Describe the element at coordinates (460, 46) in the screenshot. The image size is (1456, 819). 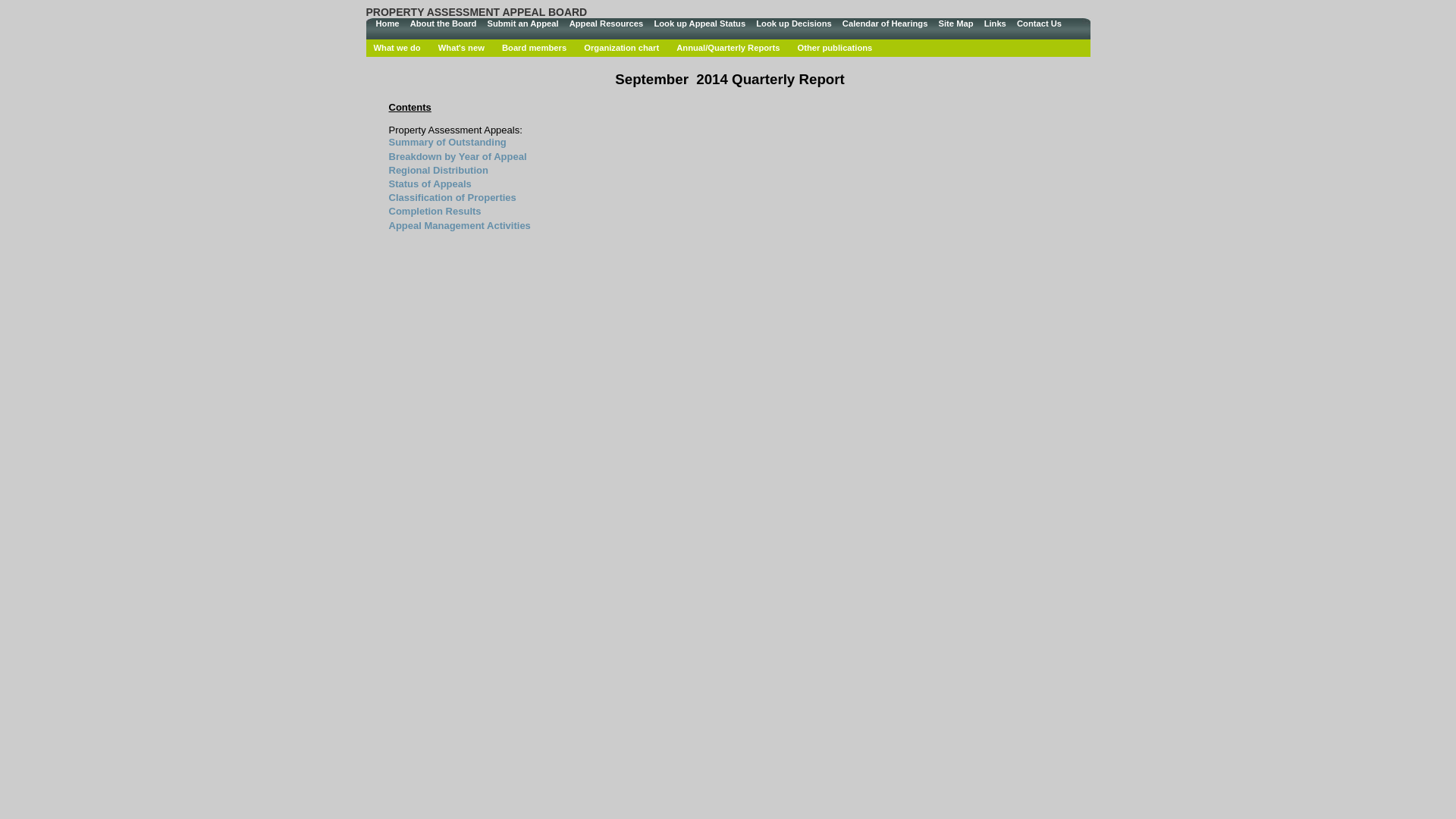
I see `'What's new'` at that location.